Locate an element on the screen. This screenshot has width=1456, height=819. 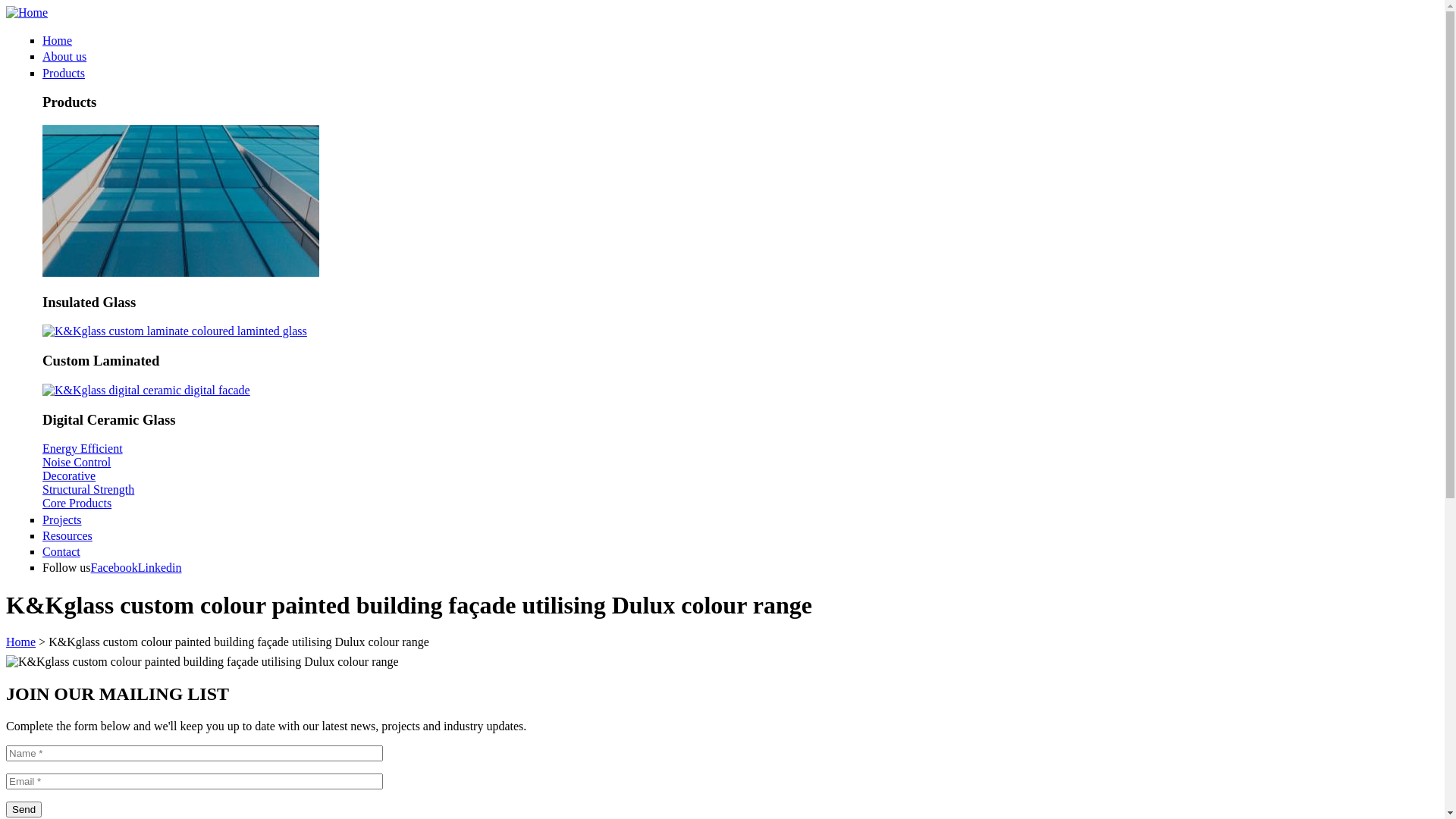
'Decorative' is located at coordinates (68, 475).